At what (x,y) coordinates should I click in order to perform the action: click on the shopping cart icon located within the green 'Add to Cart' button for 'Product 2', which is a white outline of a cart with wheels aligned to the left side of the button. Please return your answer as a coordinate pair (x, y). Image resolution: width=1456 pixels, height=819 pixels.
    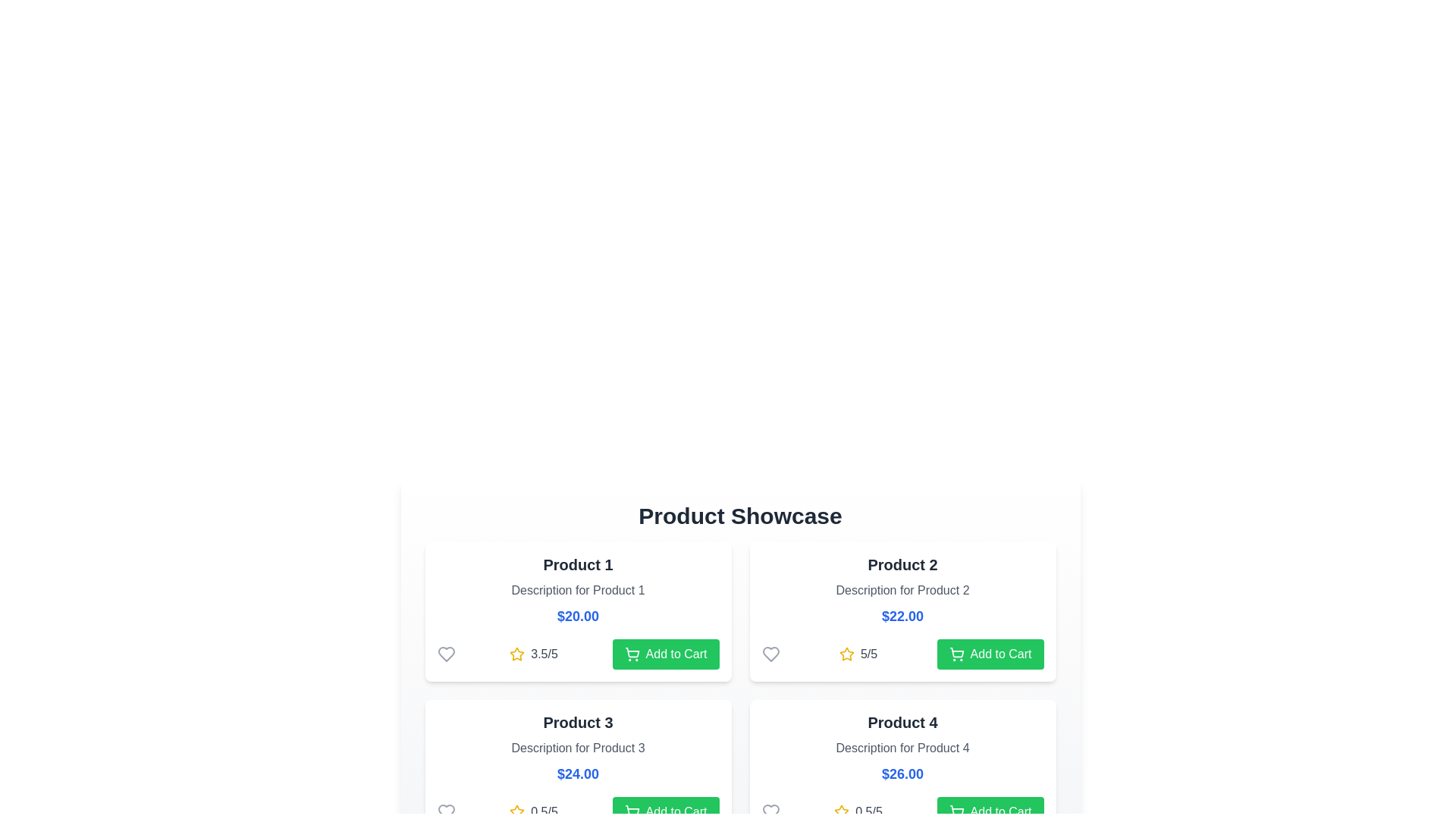
    Looking at the image, I should click on (955, 654).